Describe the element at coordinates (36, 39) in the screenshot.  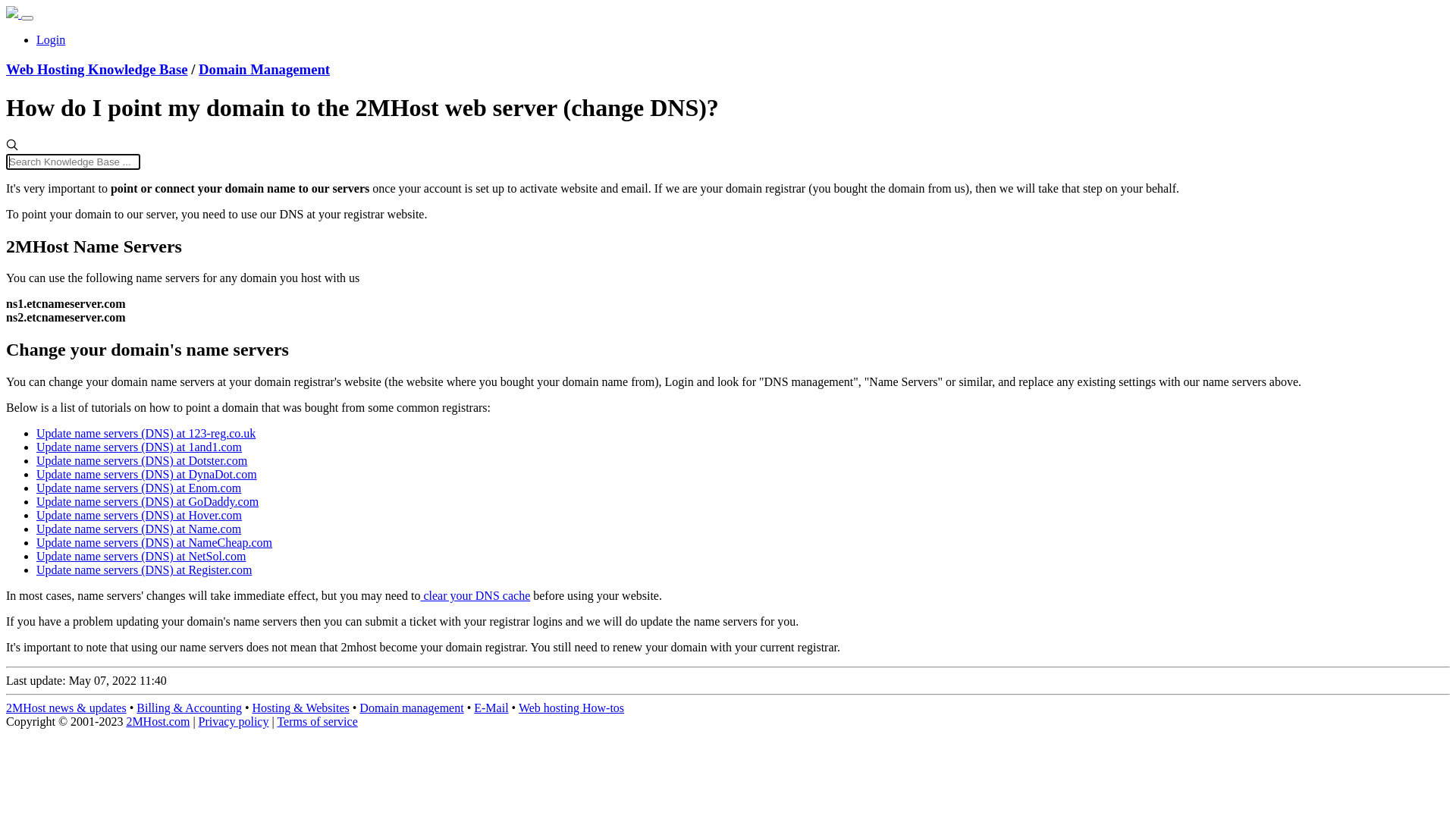
I see `'Login'` at that location.